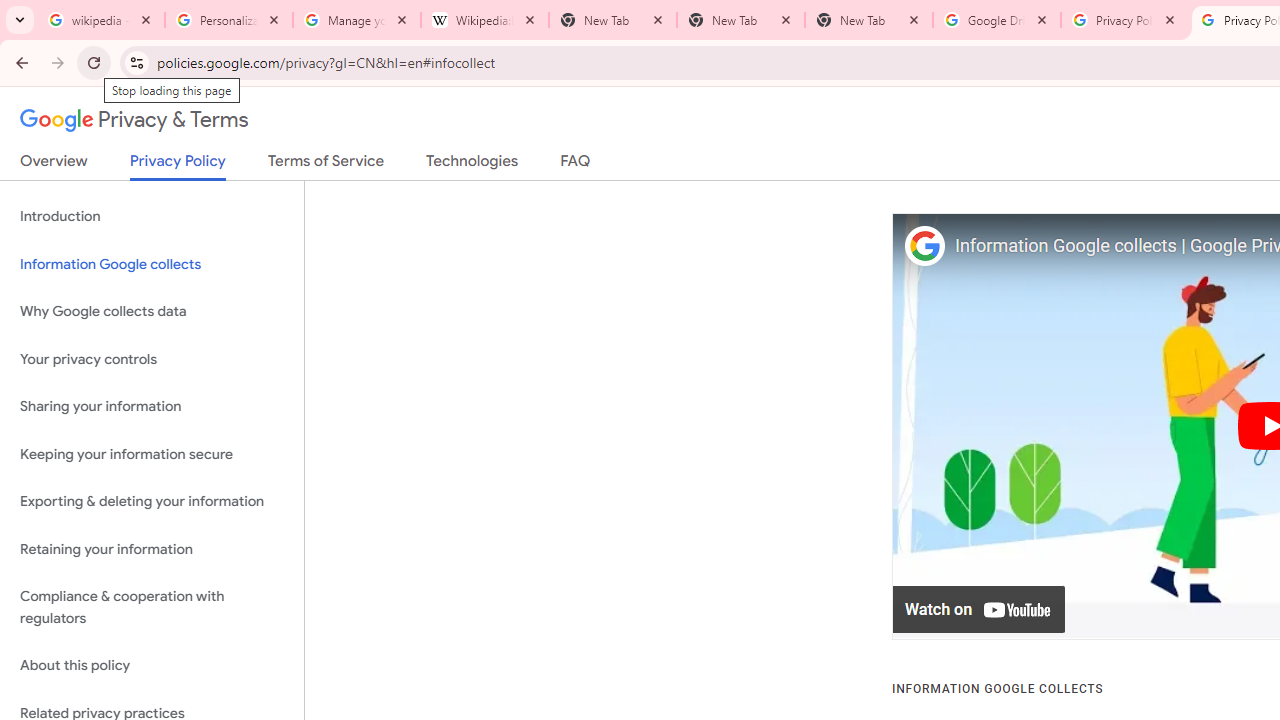 Image resolution: width=1280 pixels, height=720 pixels. Describe the element at coordinates (151, 358) in the screenshot. I see `'Your privacy controls'` at that location.